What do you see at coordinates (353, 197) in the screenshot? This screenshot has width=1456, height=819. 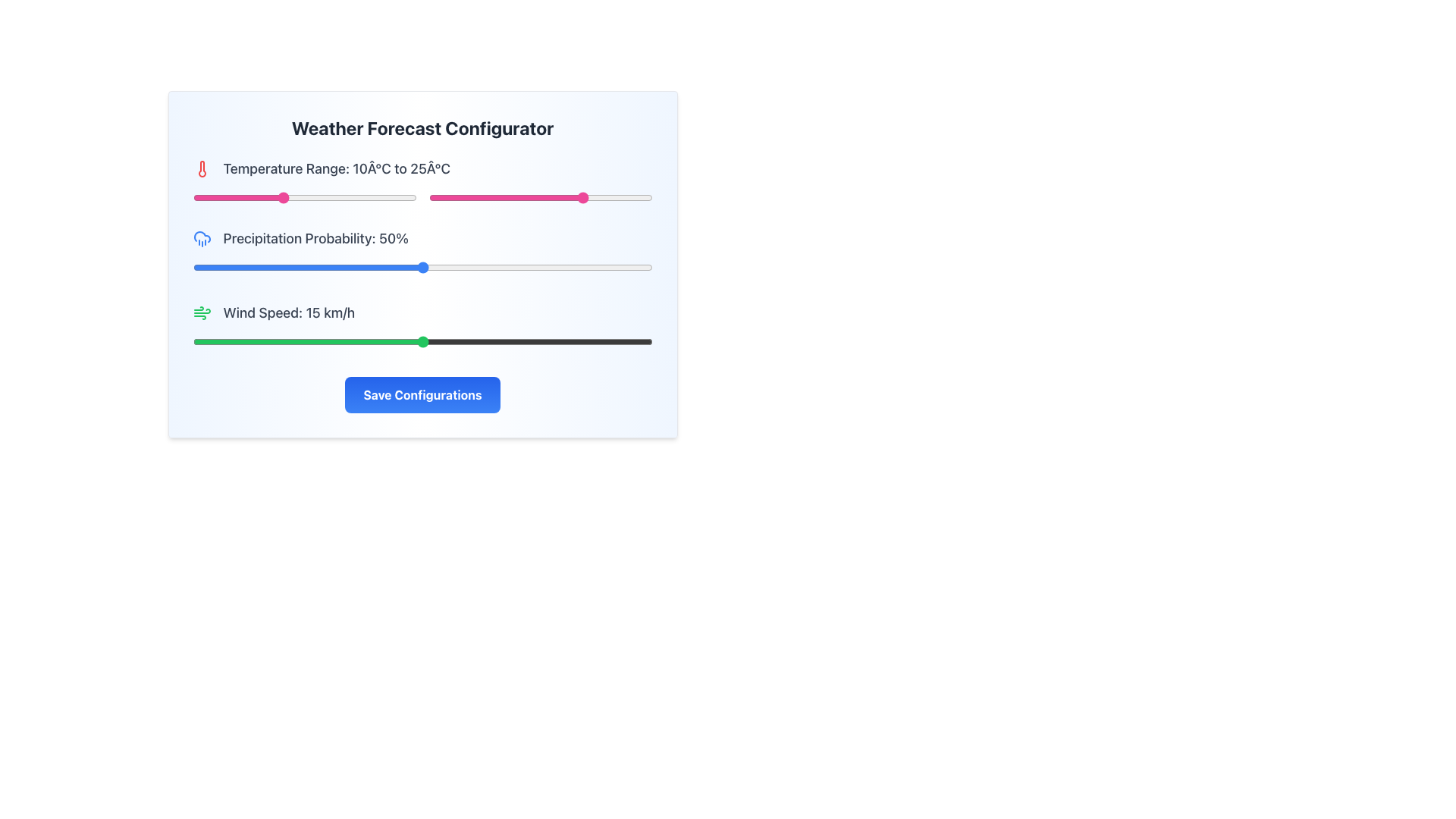 I see `the slider value` at bounding box center [353, 197].